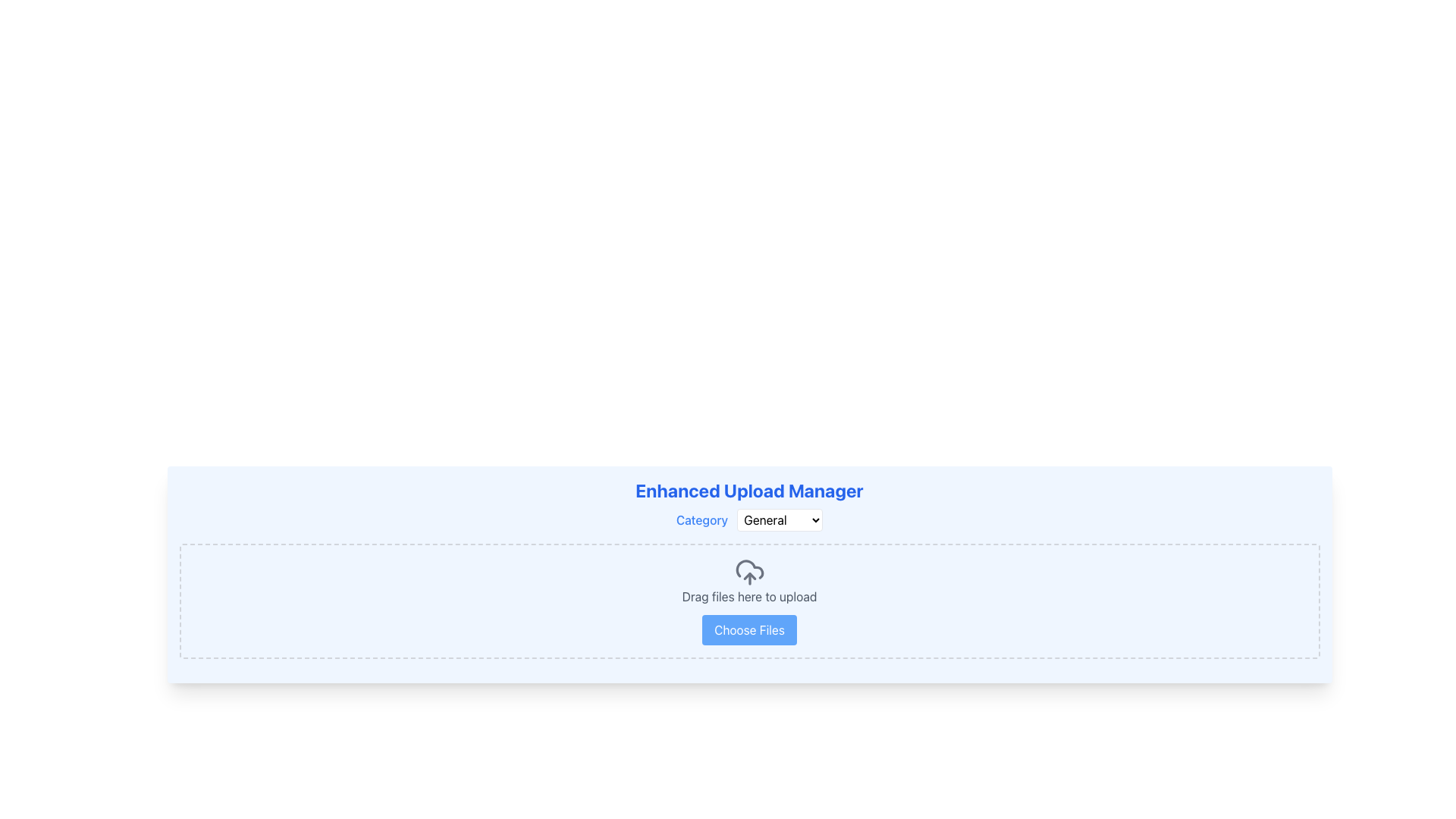 This screenshot has width=1456, height=819. What do you see at coordinates (749, 595) in the screenshot?
I see `the text label that reads 'Drag files here to upload', which is styled with gray color and is centered below a cloud-upload icon` at bounding box center [749, 595].